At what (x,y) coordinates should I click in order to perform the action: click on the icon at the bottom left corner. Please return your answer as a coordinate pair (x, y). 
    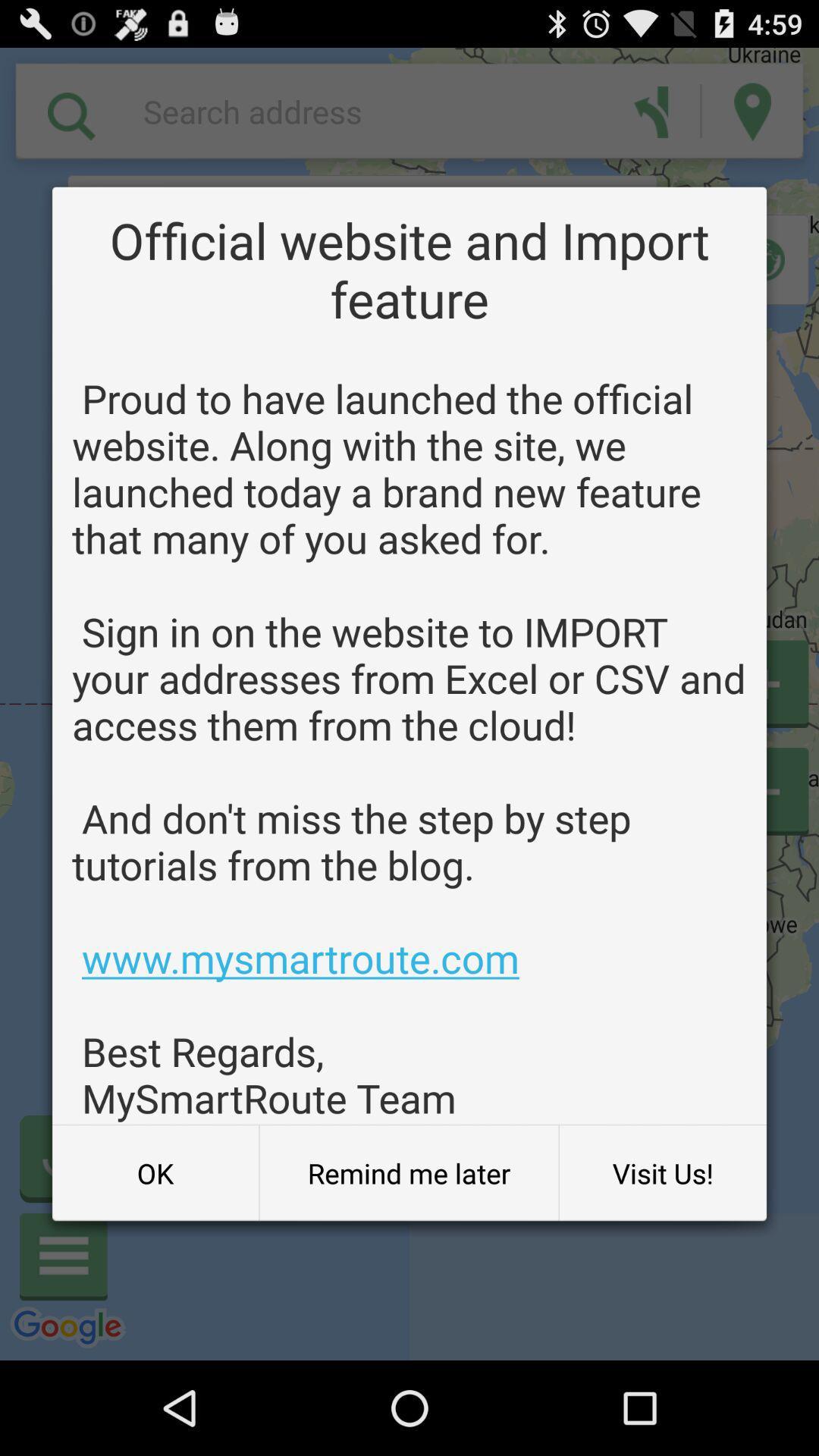
    Looking at the image, I should click on (155, 1172).